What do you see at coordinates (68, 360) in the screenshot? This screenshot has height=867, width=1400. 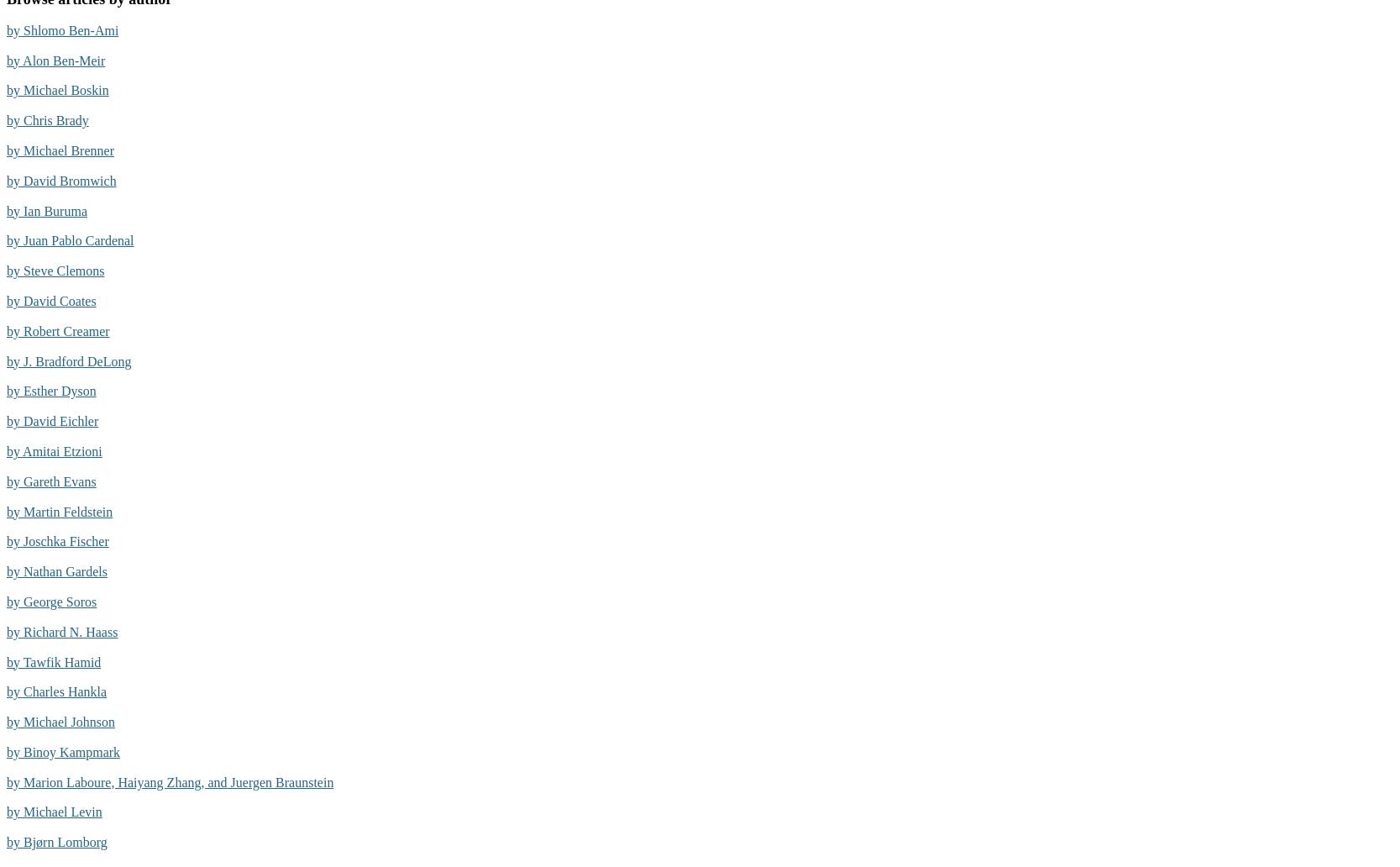 I see `'by J. Bradford DeLong'` at bounding box center [68, 360].